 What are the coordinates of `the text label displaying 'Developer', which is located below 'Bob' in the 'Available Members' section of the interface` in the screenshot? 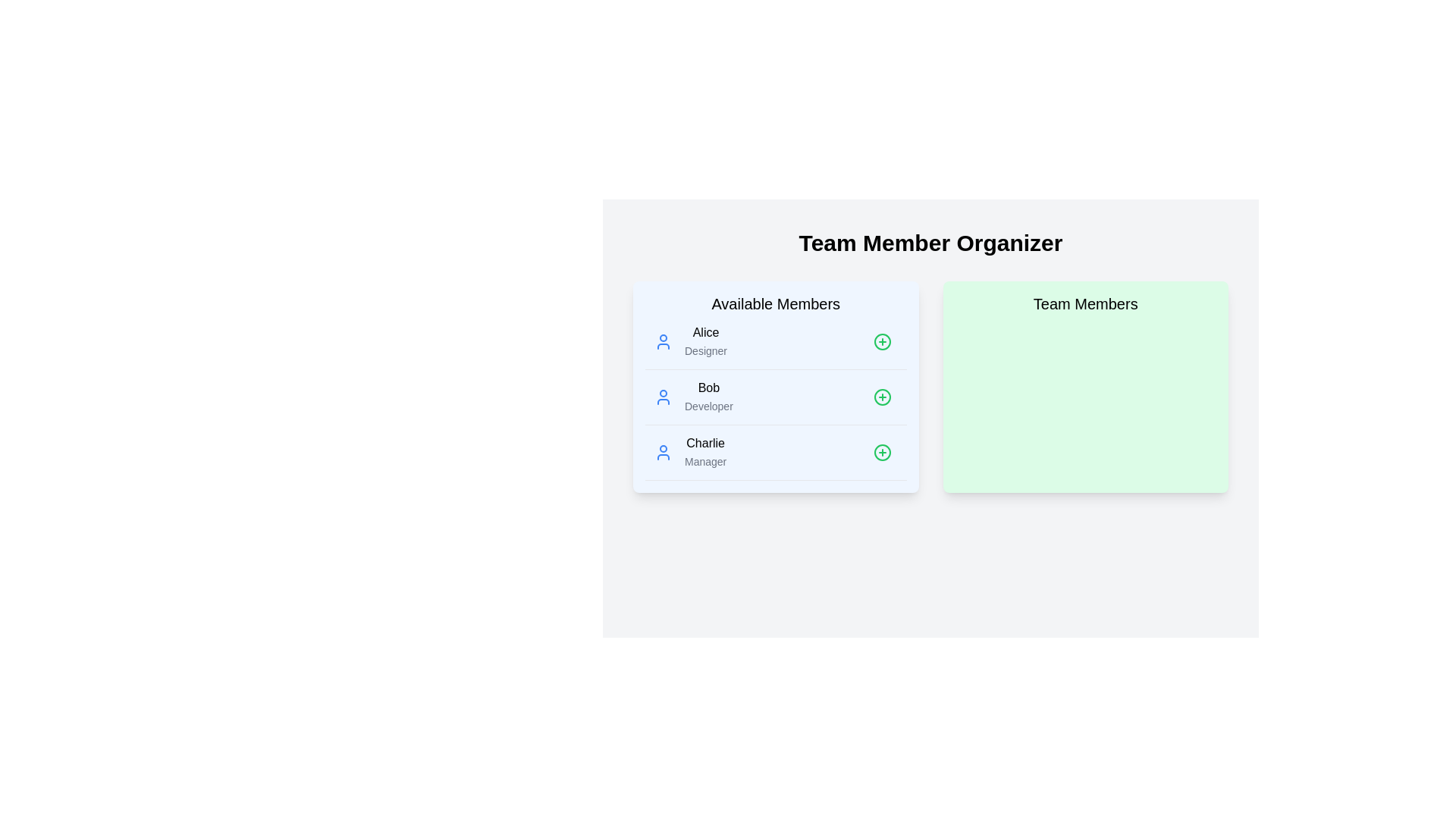 It's located at (708, 406).